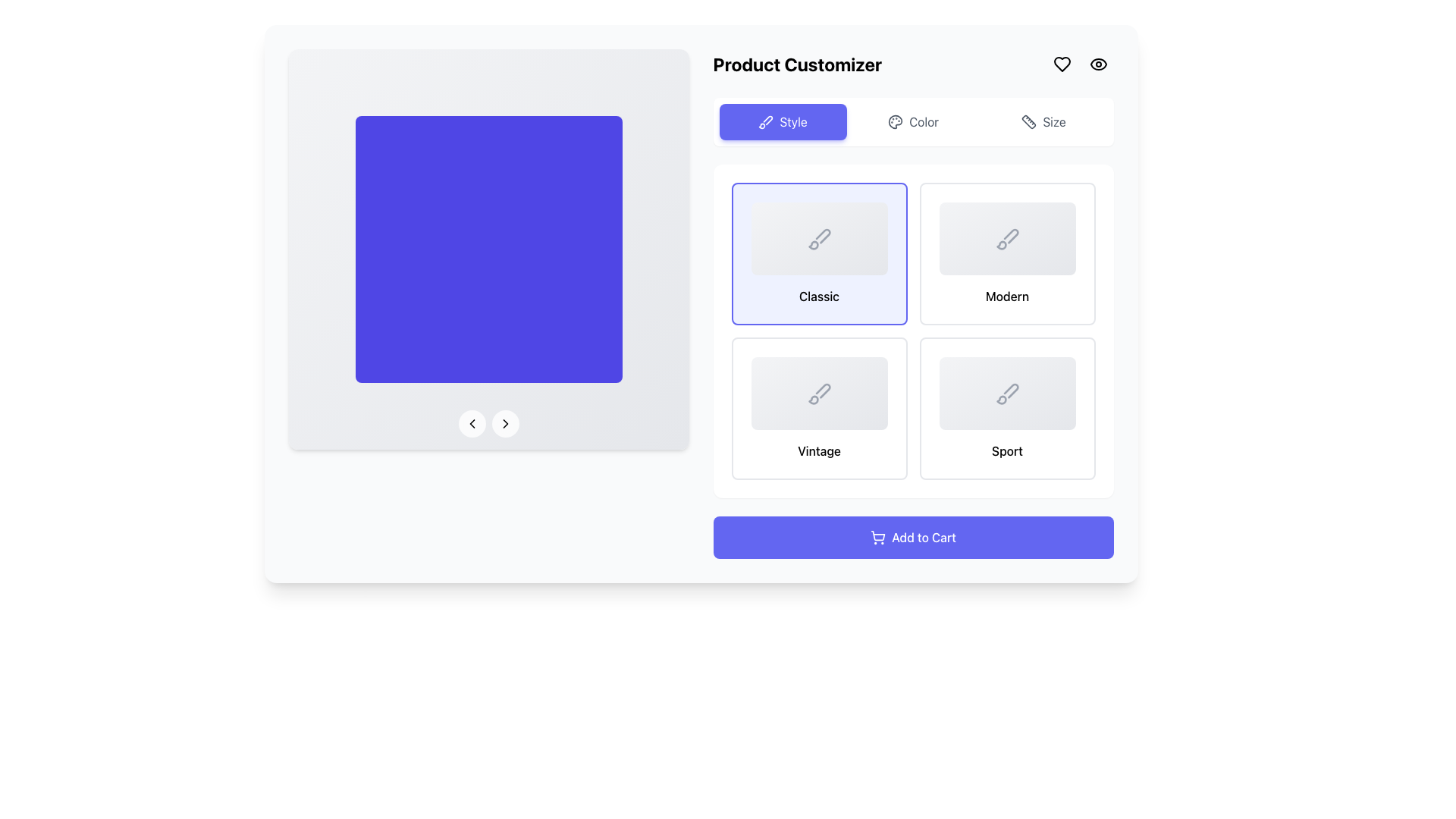 The image size is (1456, 819). I want to click on the shopping cart icon which is part of the 'Add to Cart' button, located at the bottom-center of the interface, so click(878, 537).